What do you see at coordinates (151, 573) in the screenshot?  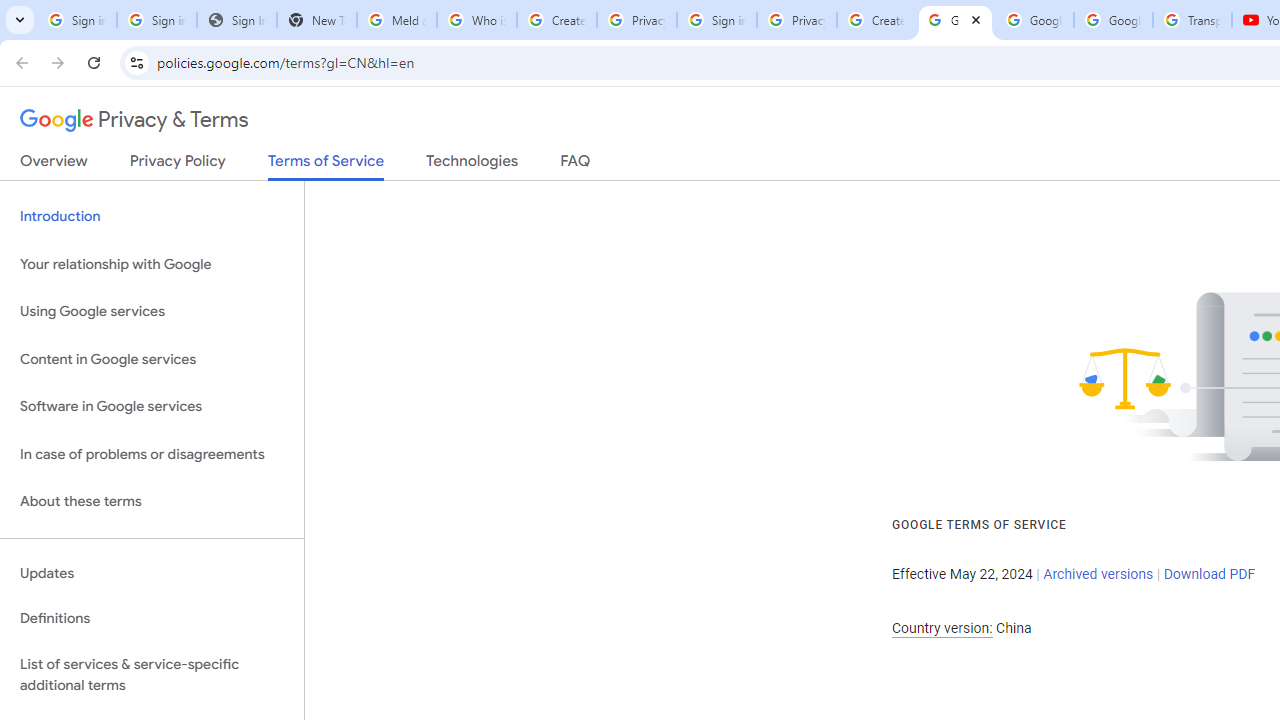 I see `'Updates'` at bounding box center [151, 573].